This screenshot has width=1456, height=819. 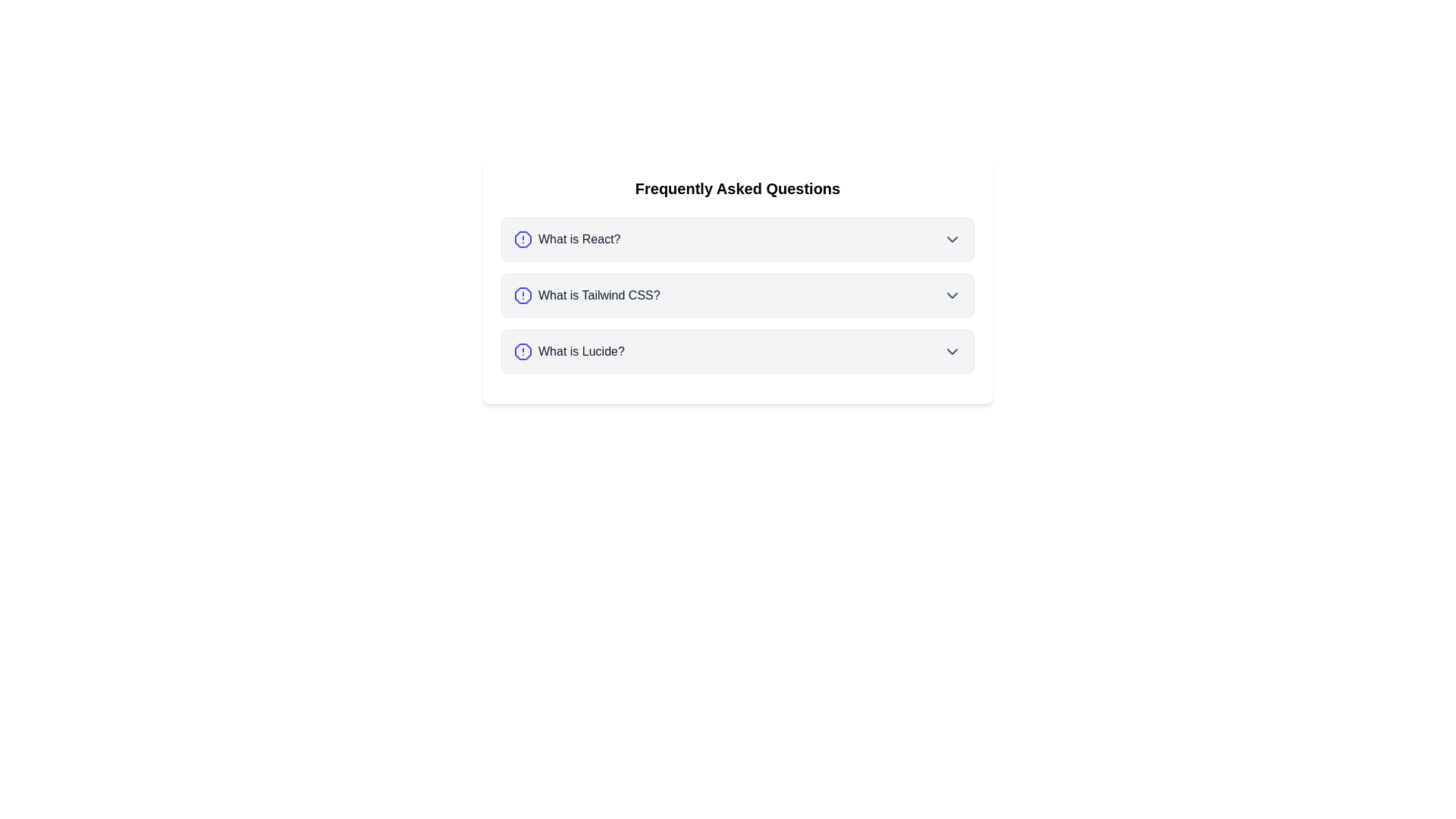 What do you see at coordinates (586, 295) in the screenshot?
I see `the FAQ item text label that is positioned below 'What is React?' and above 'What is Lucide?' in the vertically stacked list of FAQ items` at bounding box center [586, 295].